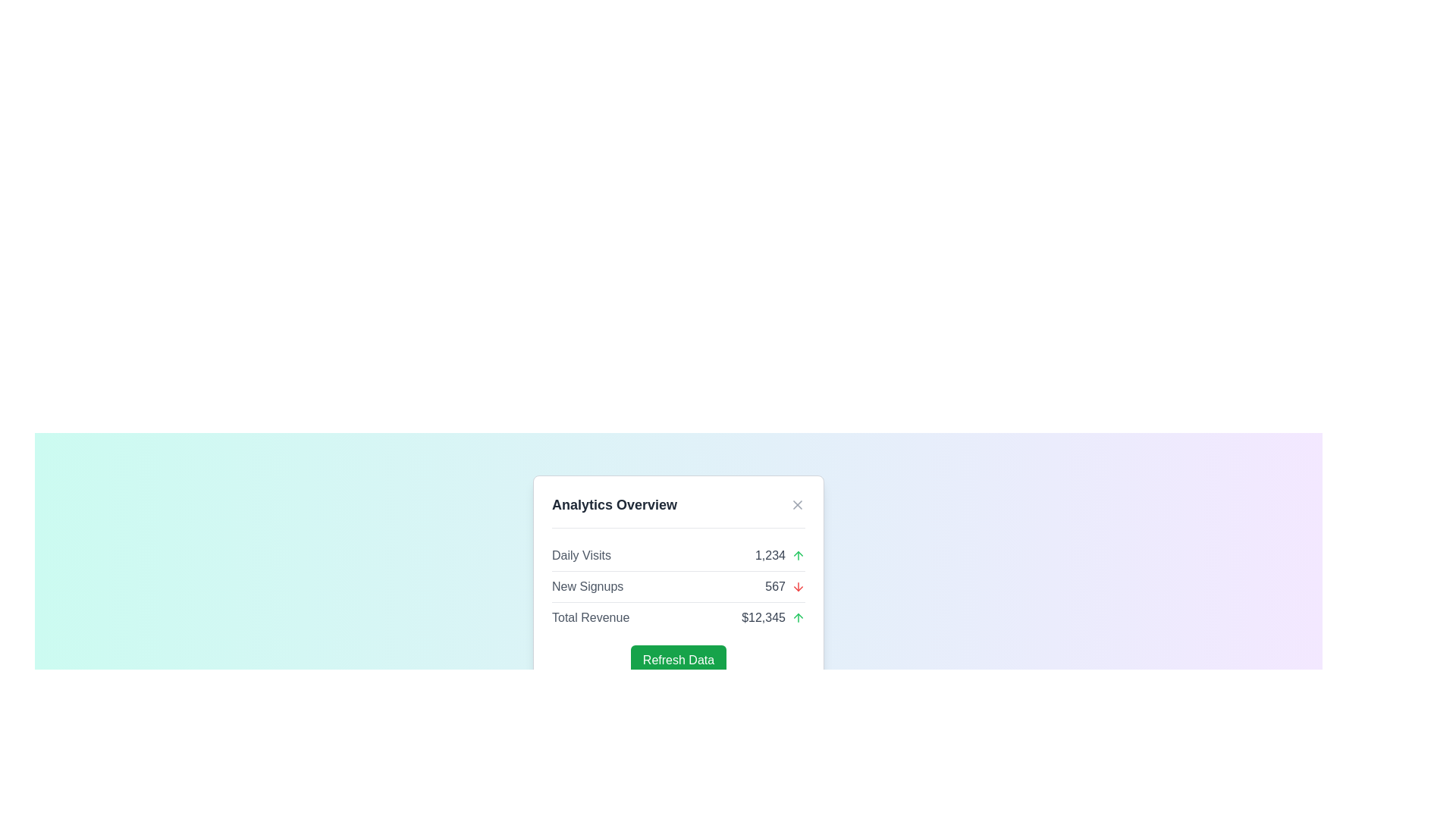 Image resolution: width=1456 pixels, height=819 pixels. Describe the element at coordinates (677, 660) in the screenshot. I see `the green 'Refresh Data' button located at the bottom center of the 'Analytics Overview' card` at that location.